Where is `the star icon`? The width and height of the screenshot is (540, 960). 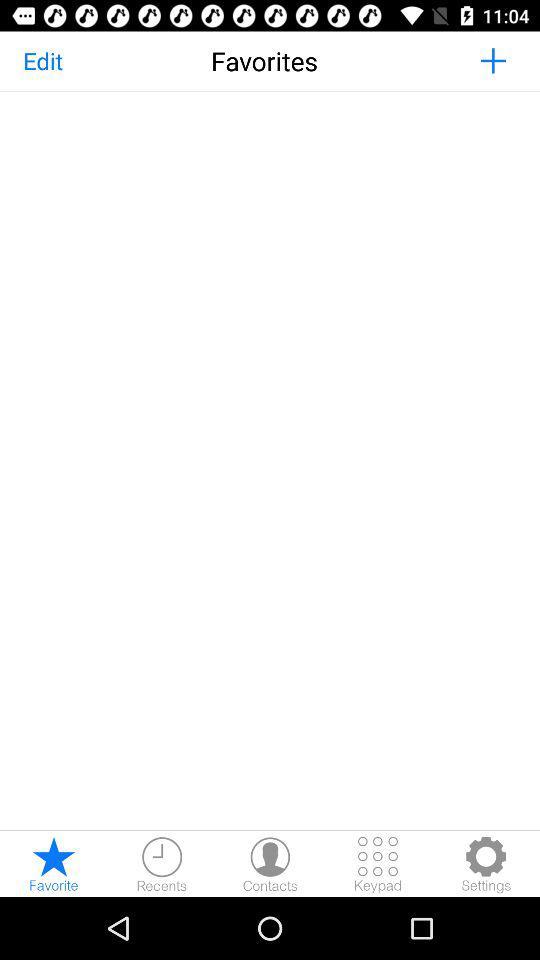
the star icon is located at coordinates (54, 863).